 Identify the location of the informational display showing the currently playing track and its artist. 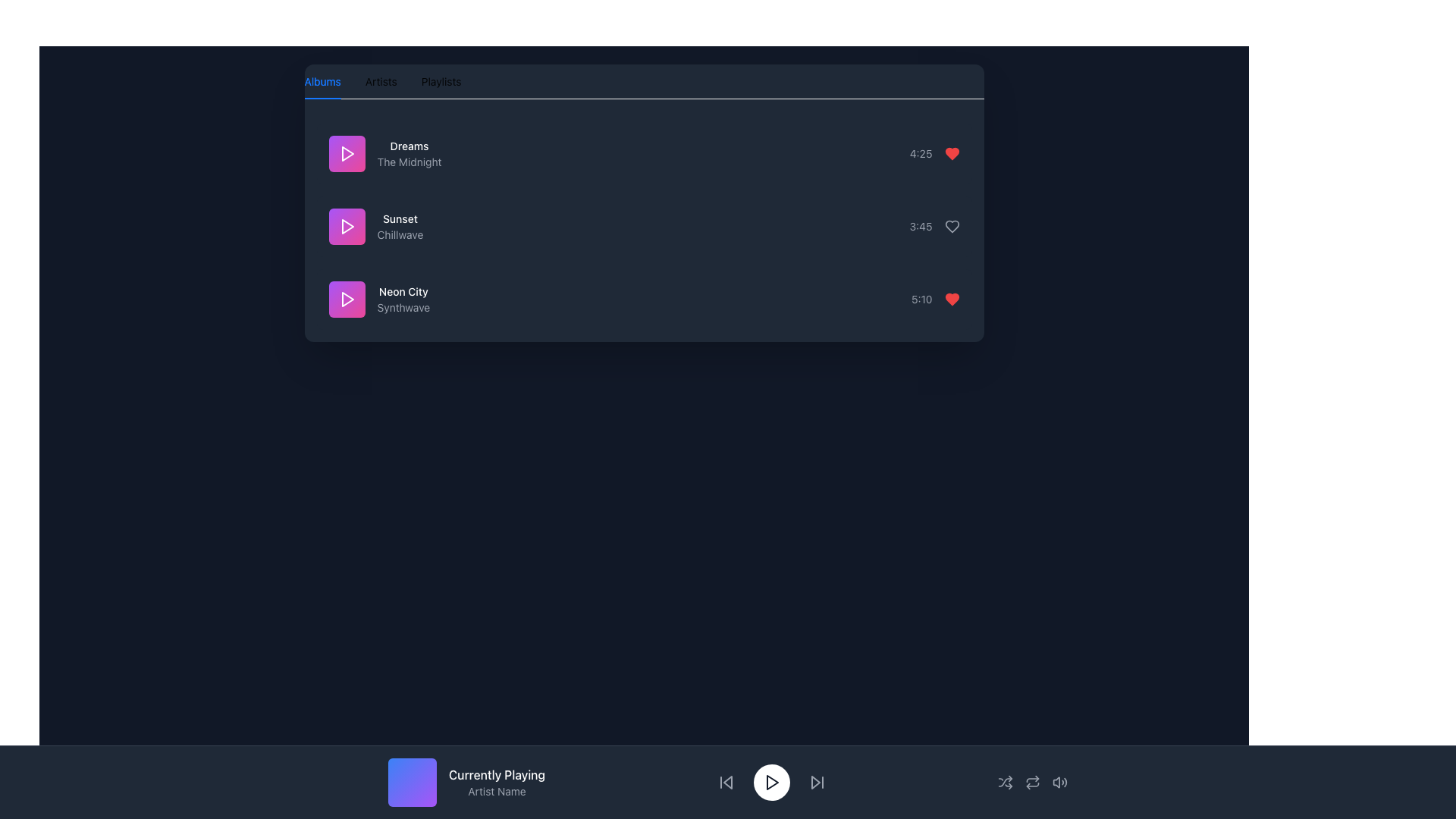
(466, 783).